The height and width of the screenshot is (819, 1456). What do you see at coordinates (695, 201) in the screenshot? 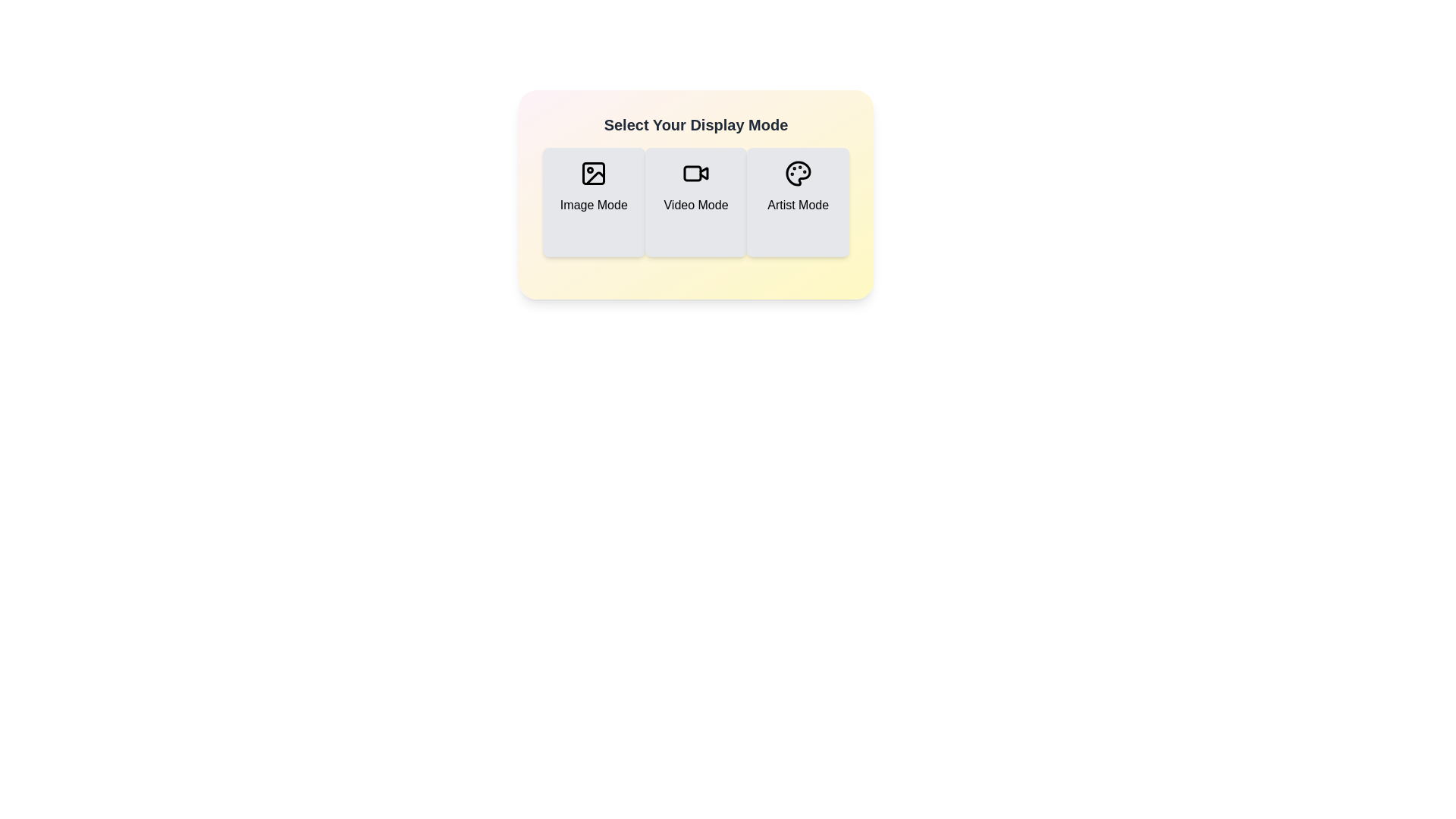
I see `the display mode by clicking the button corresponding to Video Mode` at bounding box center [695, 201].